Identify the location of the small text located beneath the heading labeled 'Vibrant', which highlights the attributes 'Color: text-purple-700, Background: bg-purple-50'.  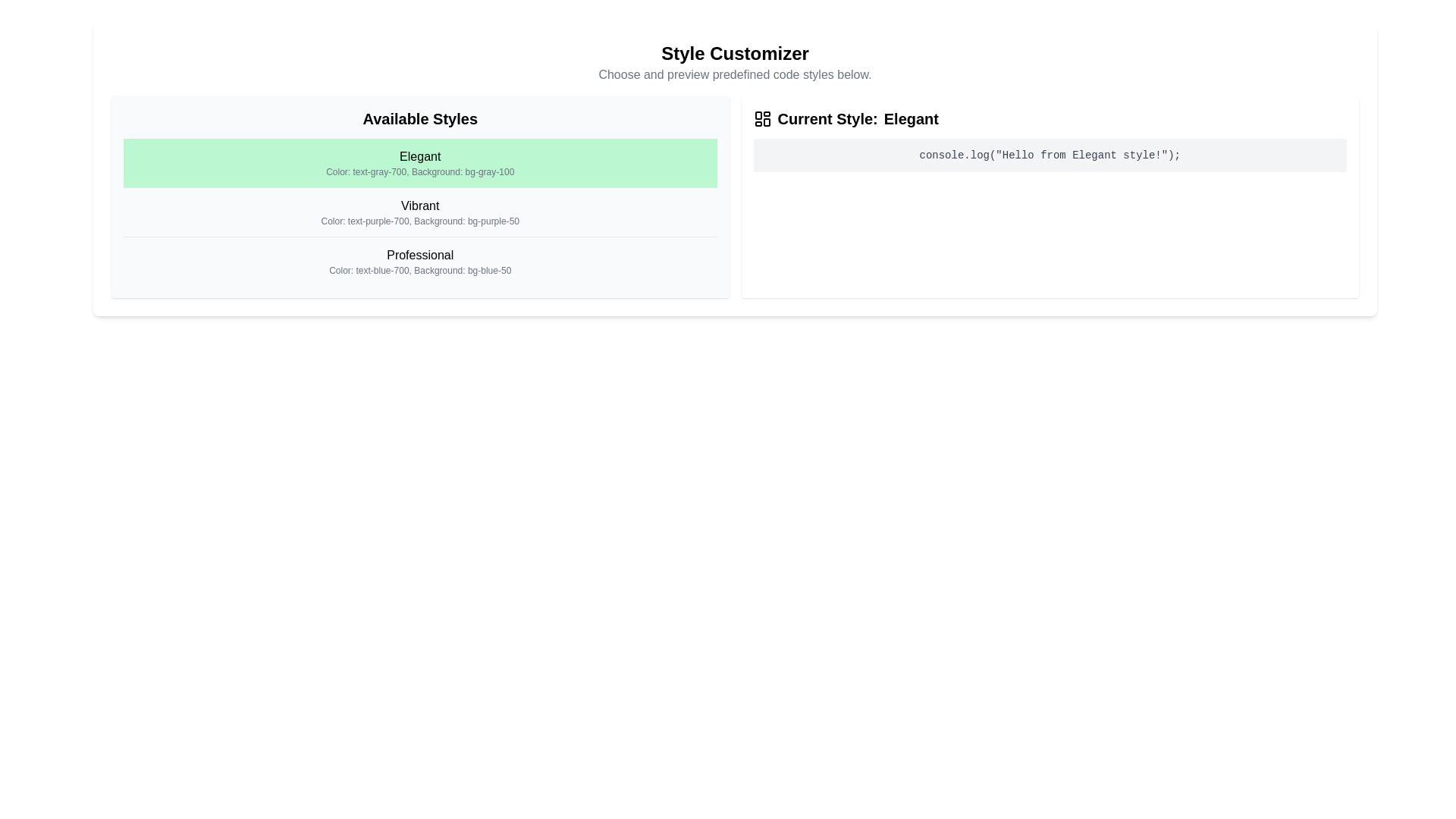
(420, 221).